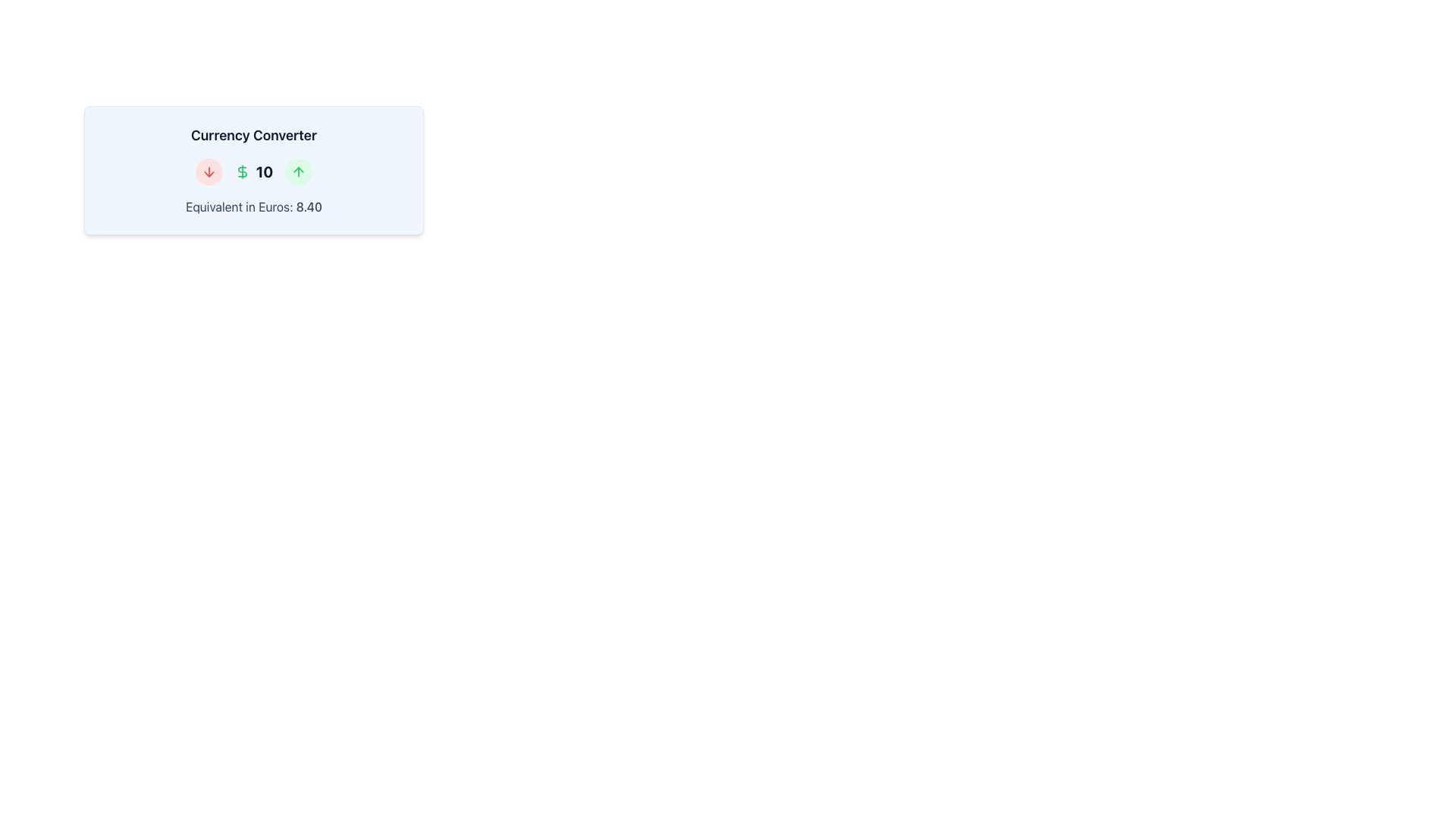  I want to click on the static text label displaying 'Equivalent in Euros: 8.40', which is styled in gray and located below the 'Currency Converter' heading, so click(254, 207).